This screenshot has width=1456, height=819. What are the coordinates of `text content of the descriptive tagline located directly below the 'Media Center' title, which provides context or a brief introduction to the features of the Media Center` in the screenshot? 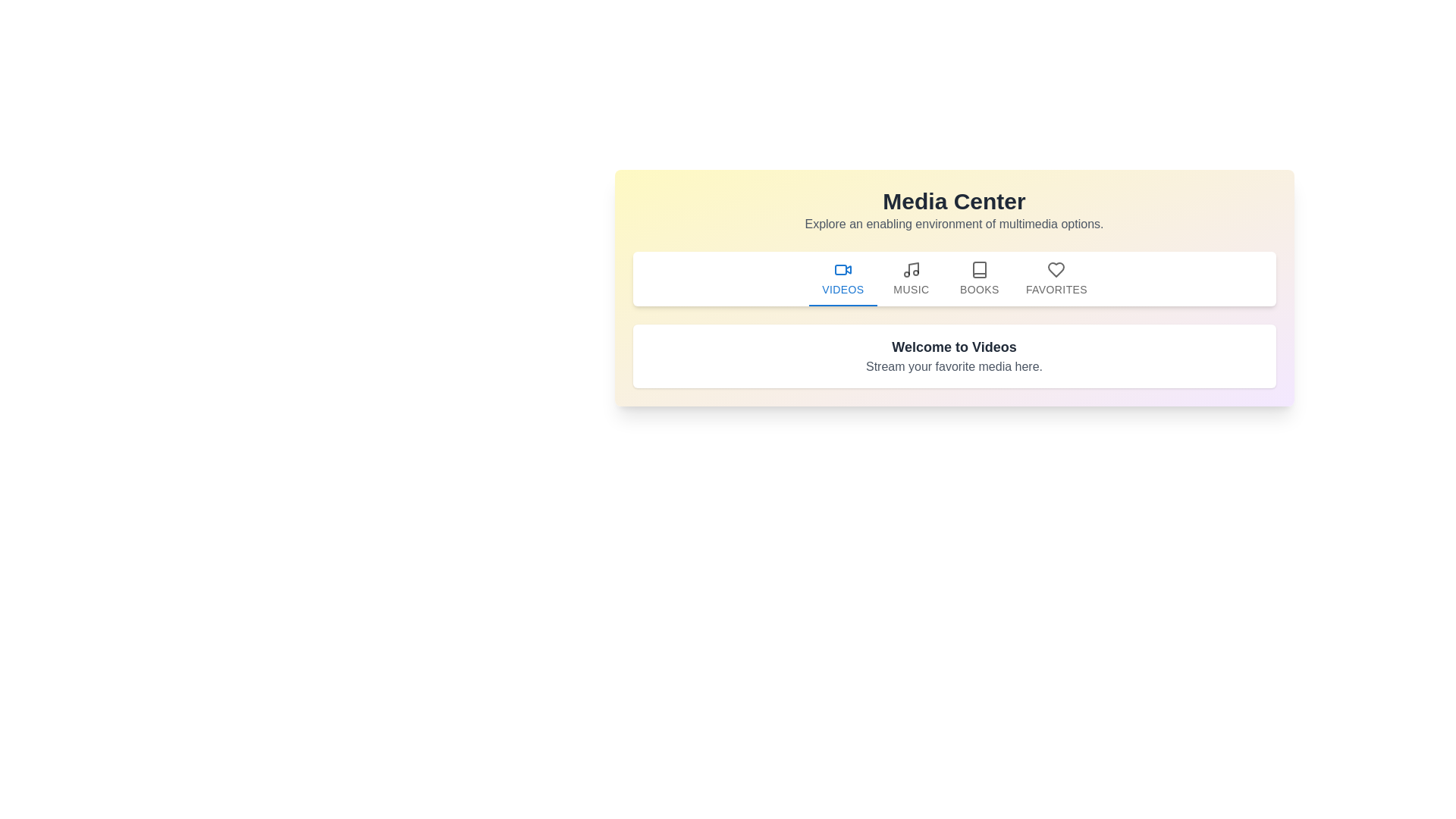 It's located at (953, 224).